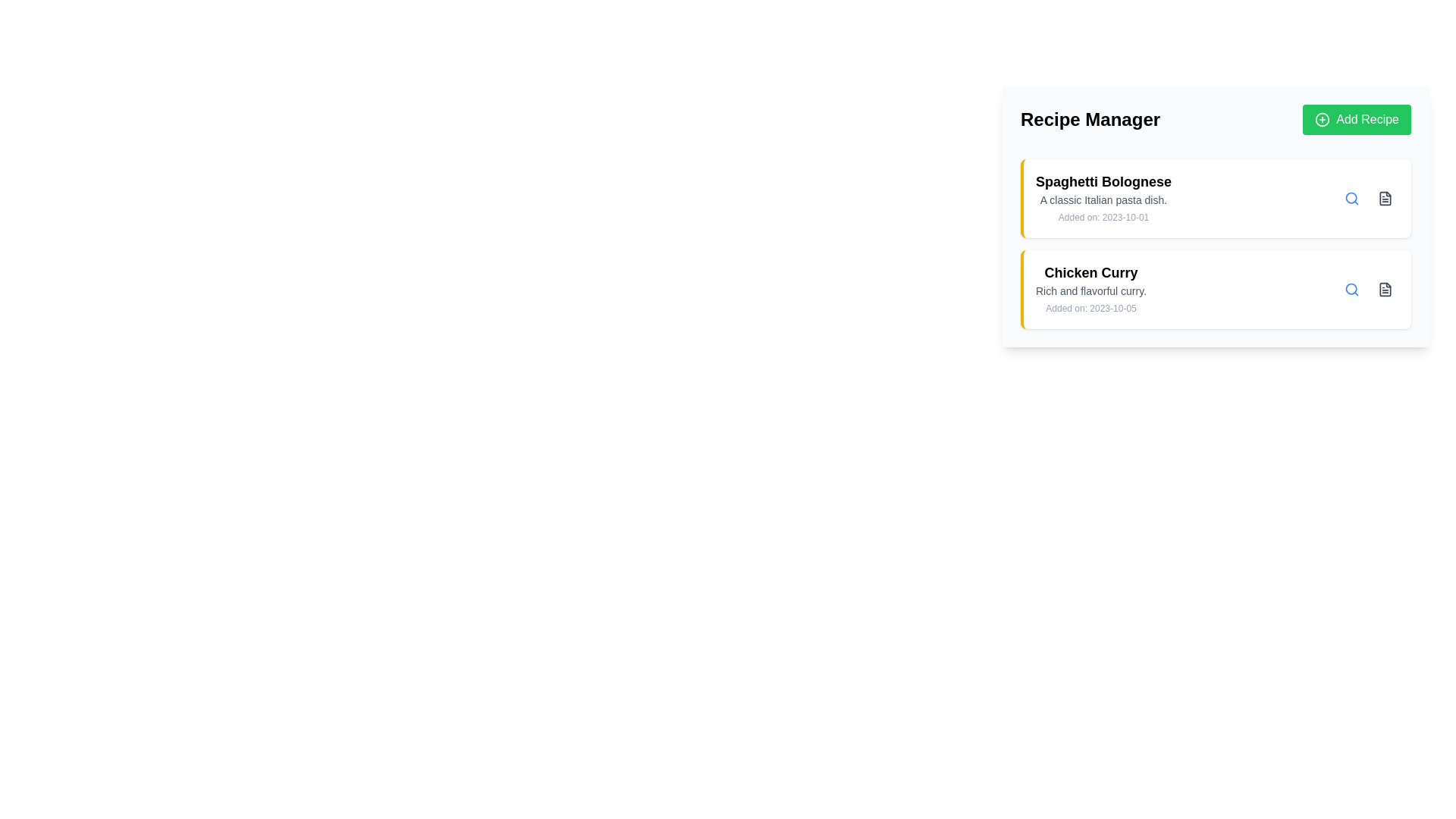 This screenshot has height=819, width=1456. Describe the element at coordinates (1090, 271) in the screenshot. I see `the Text Label that serves as the title or name of a recipe, which is the first subcomponent of the recipe entry` at that location.